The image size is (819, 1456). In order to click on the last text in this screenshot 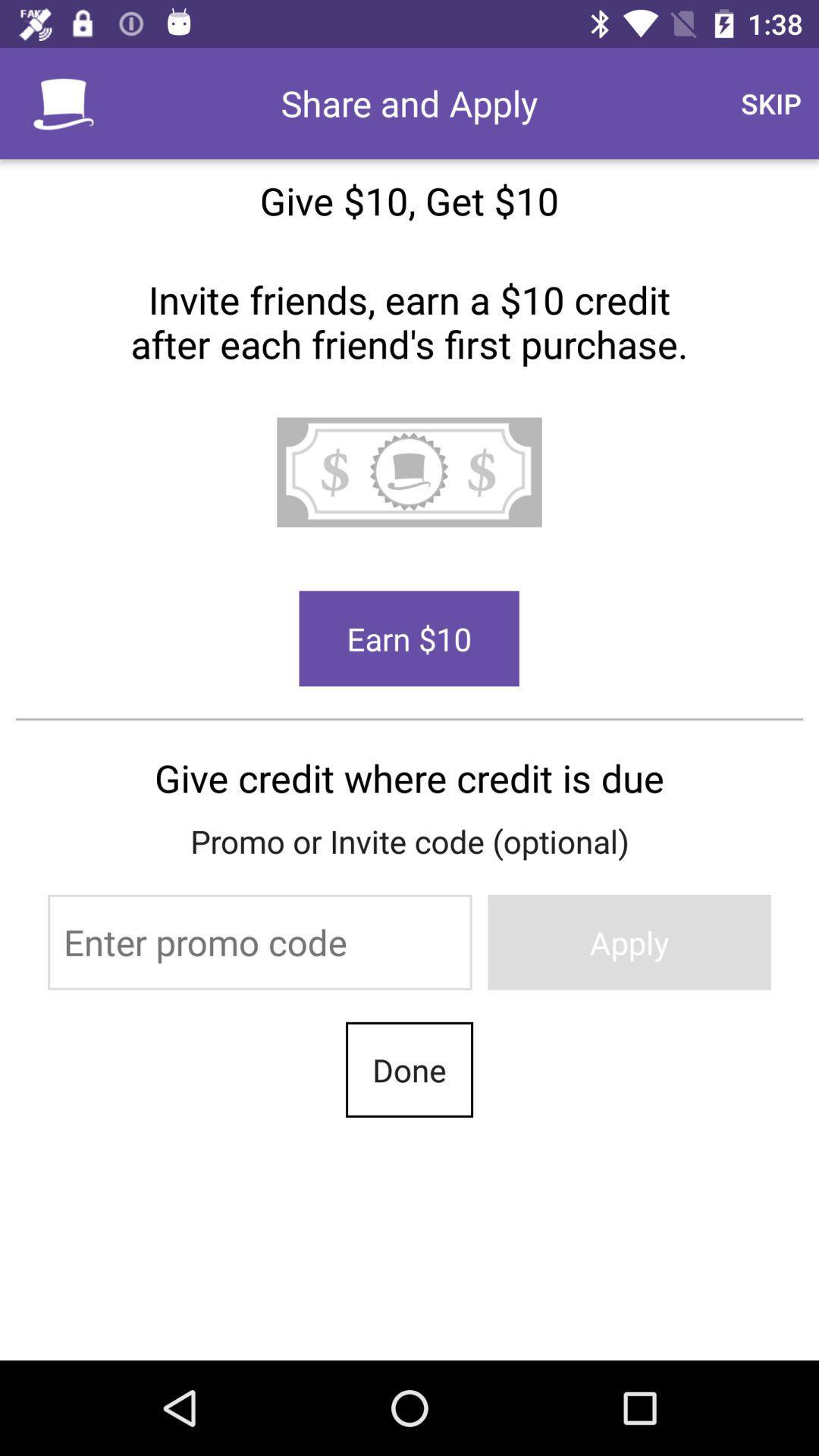, I will do `click(409, 1069)`.